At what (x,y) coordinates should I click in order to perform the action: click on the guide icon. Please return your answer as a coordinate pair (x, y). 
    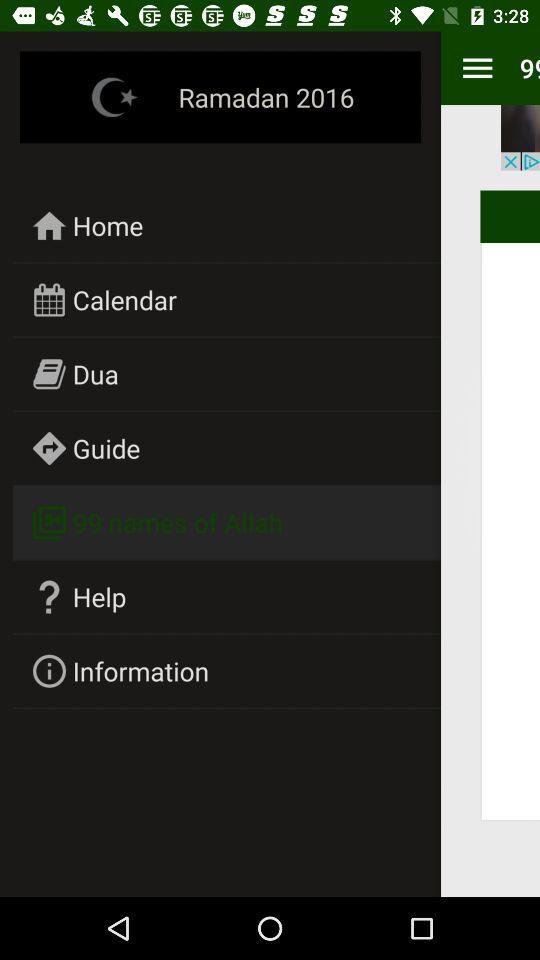
    Looking at the image, I should click on (106, 448).